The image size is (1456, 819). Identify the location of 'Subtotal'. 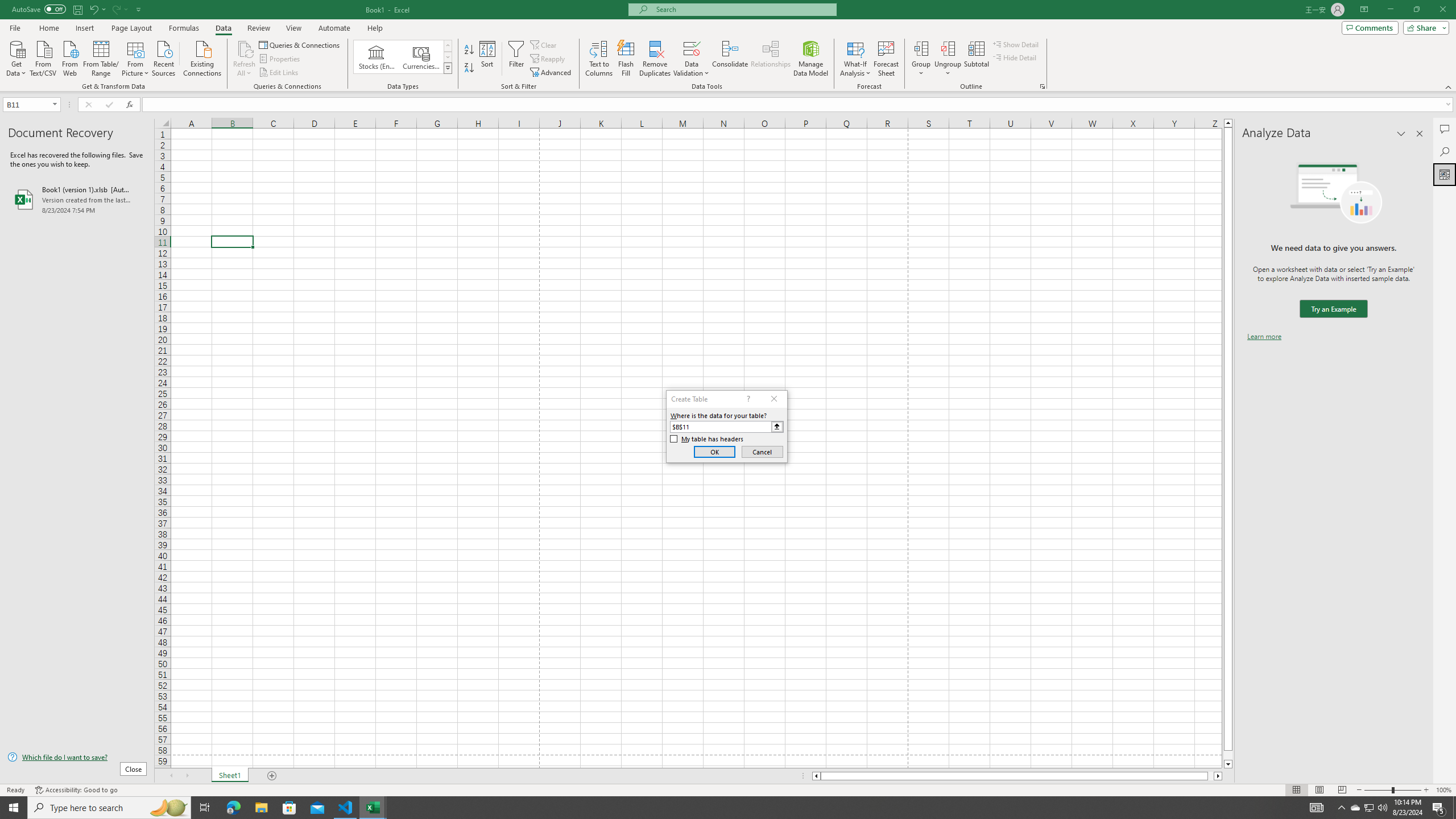
(976, 59).